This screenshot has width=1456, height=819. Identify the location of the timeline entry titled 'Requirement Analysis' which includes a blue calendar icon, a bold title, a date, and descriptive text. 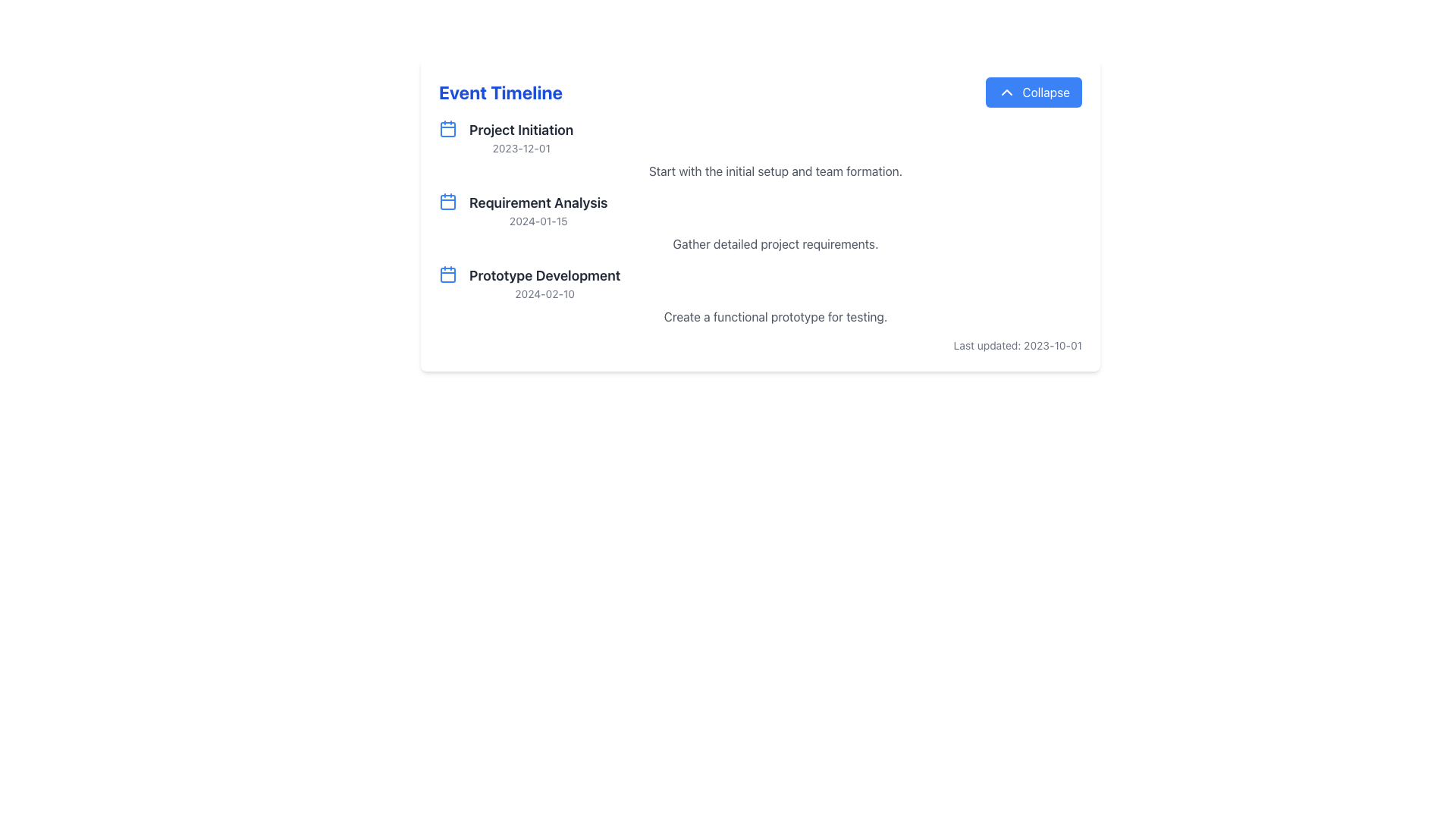
(761, 222).